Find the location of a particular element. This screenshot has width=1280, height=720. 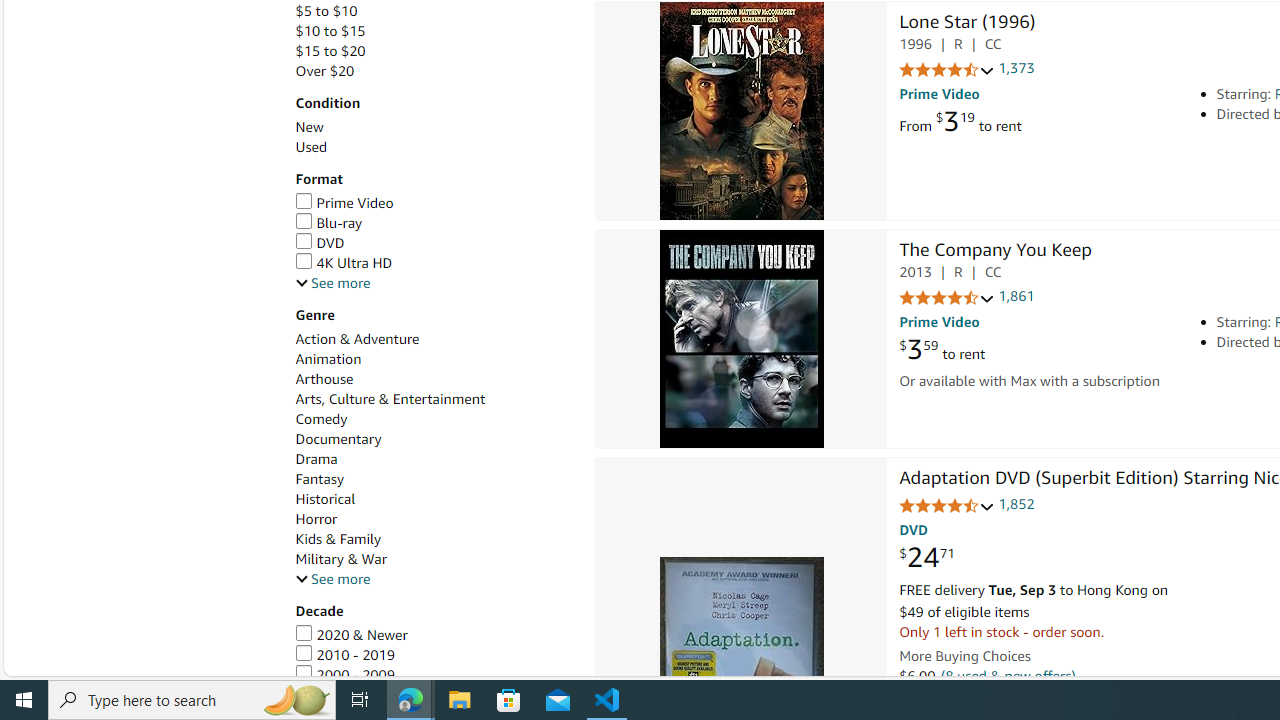

'Fantasy' is located at coordinates (320, 479).